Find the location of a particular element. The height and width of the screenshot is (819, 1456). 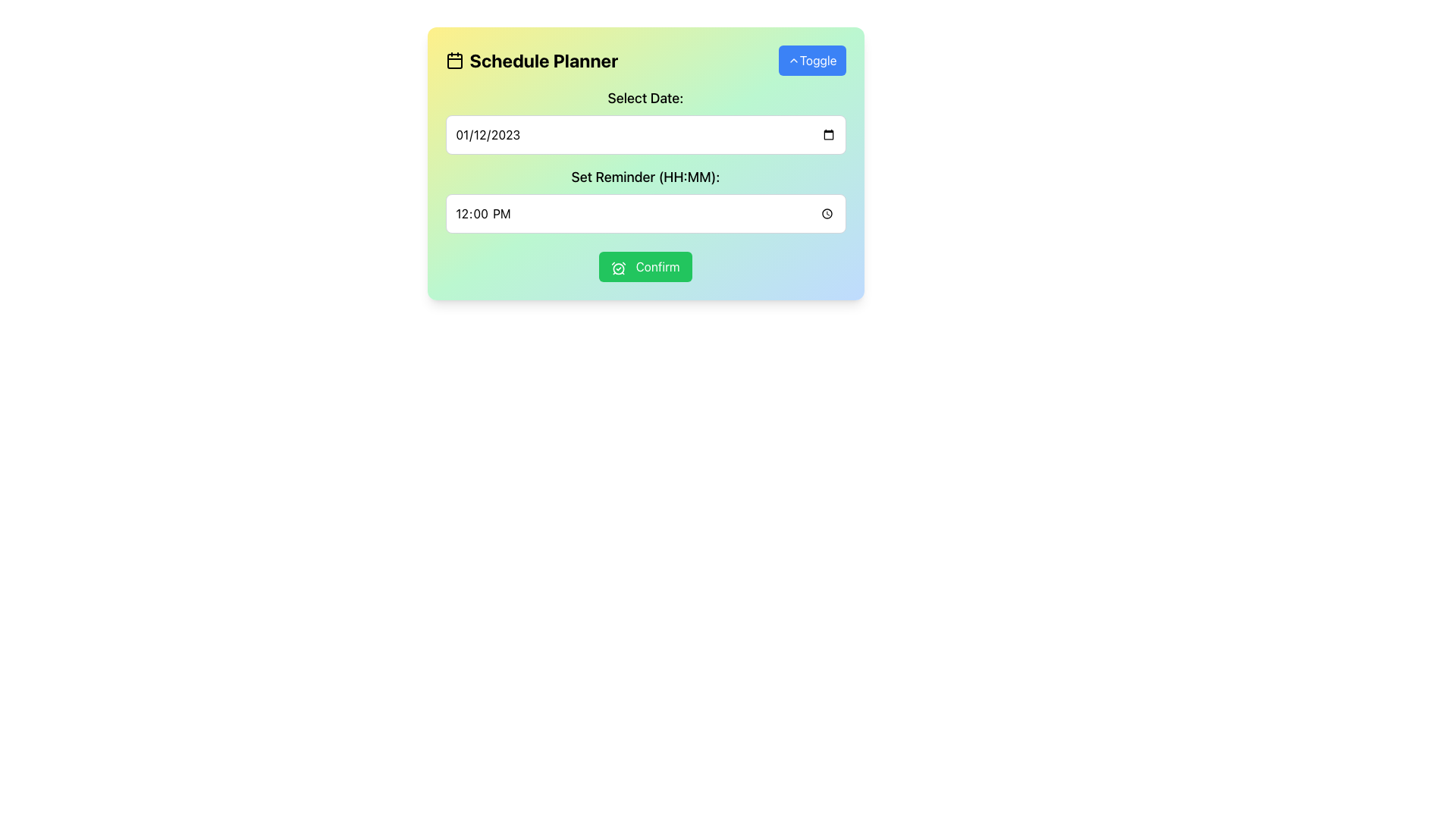

the green 'Confirm' button, which includes an icon to the left of the text, located centrally at the bottom of the card interface is located at coordinates (619, 267).